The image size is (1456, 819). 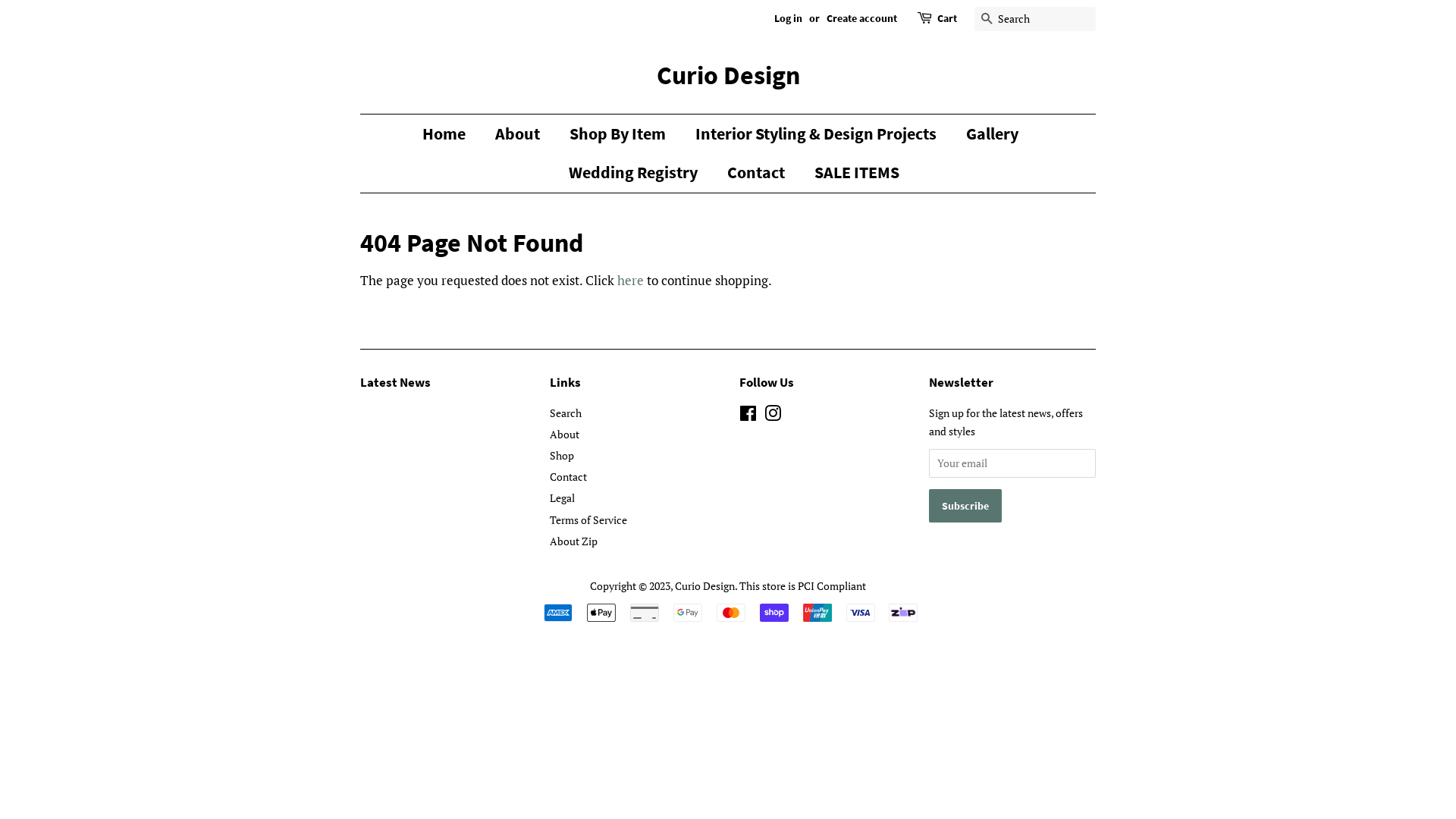 What do you see at coordinates (519, 133) in the screenshot?
I see `'About'` at bounding box center [519, 133].